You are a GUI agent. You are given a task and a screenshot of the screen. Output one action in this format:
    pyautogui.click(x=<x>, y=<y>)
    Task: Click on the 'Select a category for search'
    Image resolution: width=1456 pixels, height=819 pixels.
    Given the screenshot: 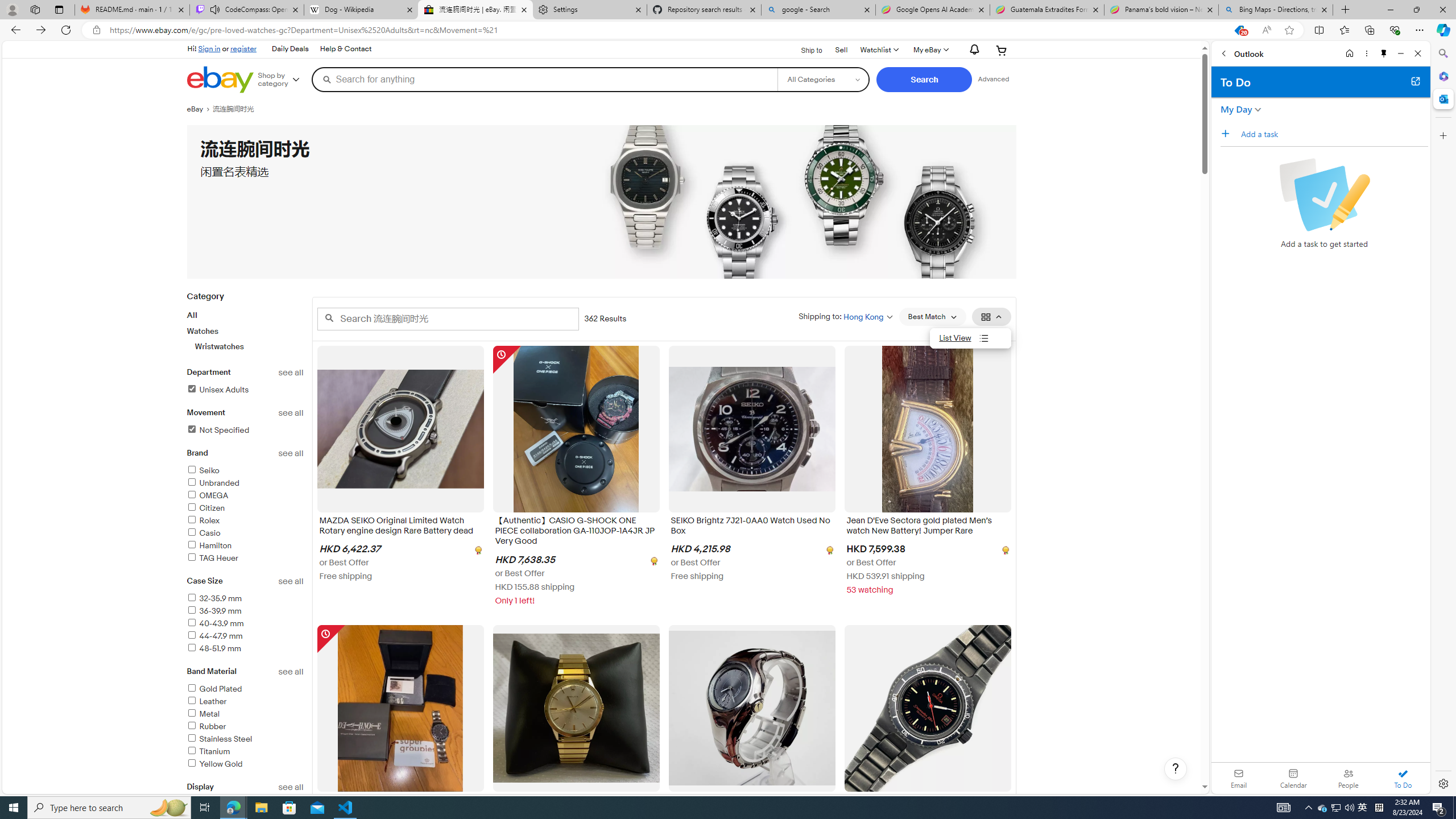 What is the action you would take?
    pyautogui.click(x=823, y=78)
    